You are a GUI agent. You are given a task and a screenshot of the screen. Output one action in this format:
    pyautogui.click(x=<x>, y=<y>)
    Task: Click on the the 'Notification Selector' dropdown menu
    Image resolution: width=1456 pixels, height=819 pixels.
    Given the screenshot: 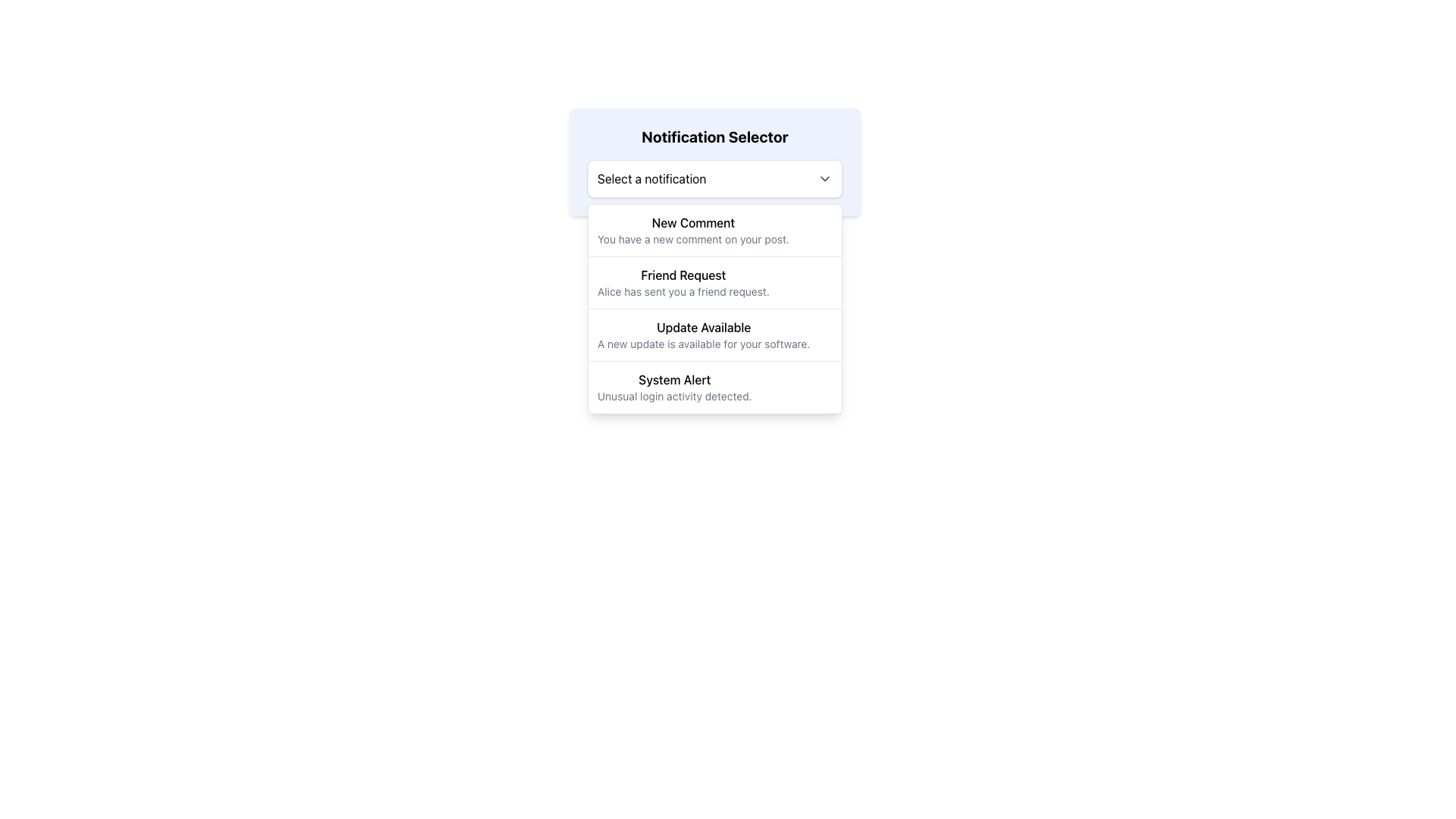 What is the action you would take?
    pyautogui.click(x=714, y=162)
    